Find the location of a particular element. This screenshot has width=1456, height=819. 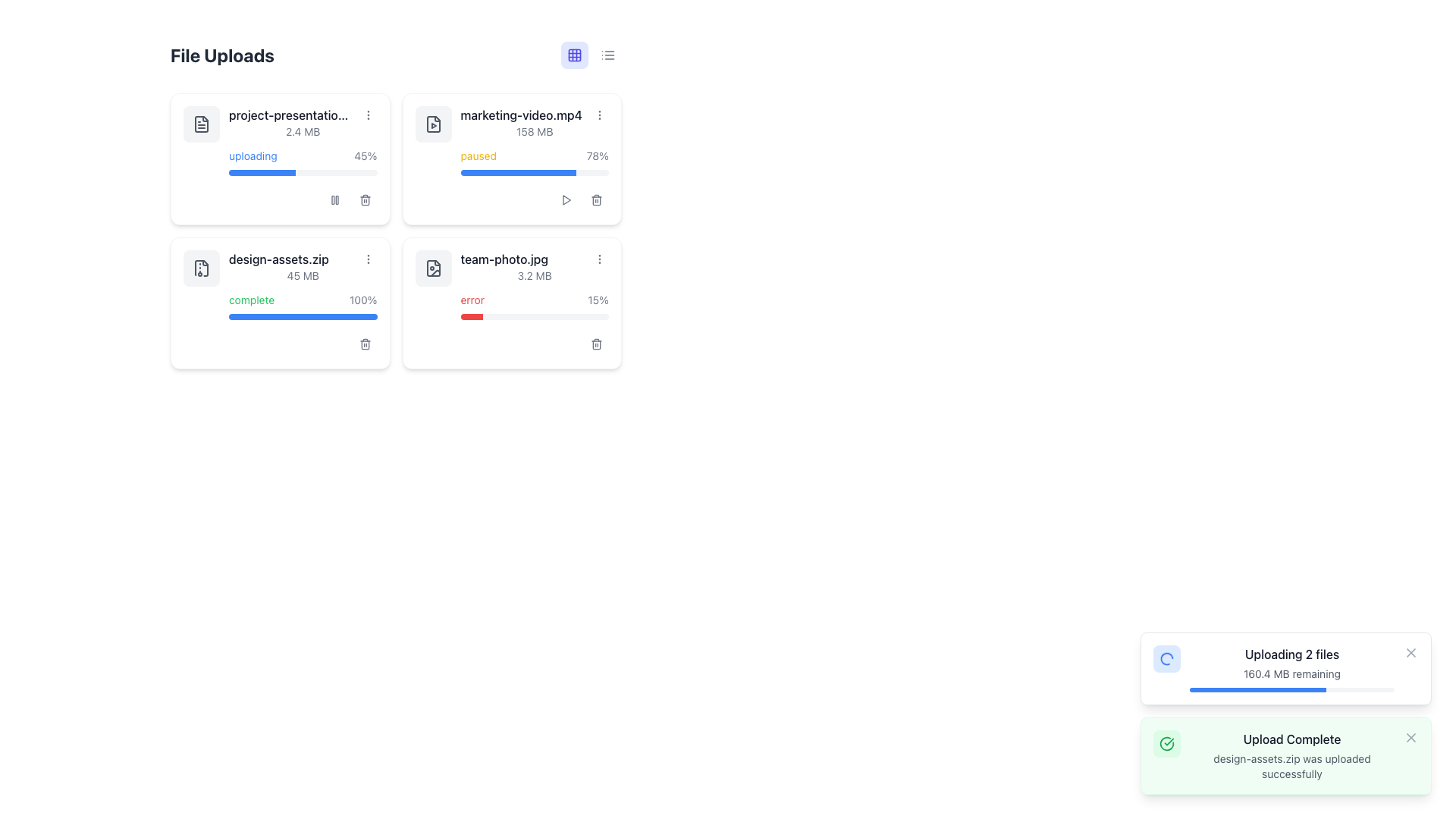

the SVG icon that indicates the associated file is a video, located in the second row, first column of the grid for the marketing-video.mp4 file is located at coordinates (432, 124).